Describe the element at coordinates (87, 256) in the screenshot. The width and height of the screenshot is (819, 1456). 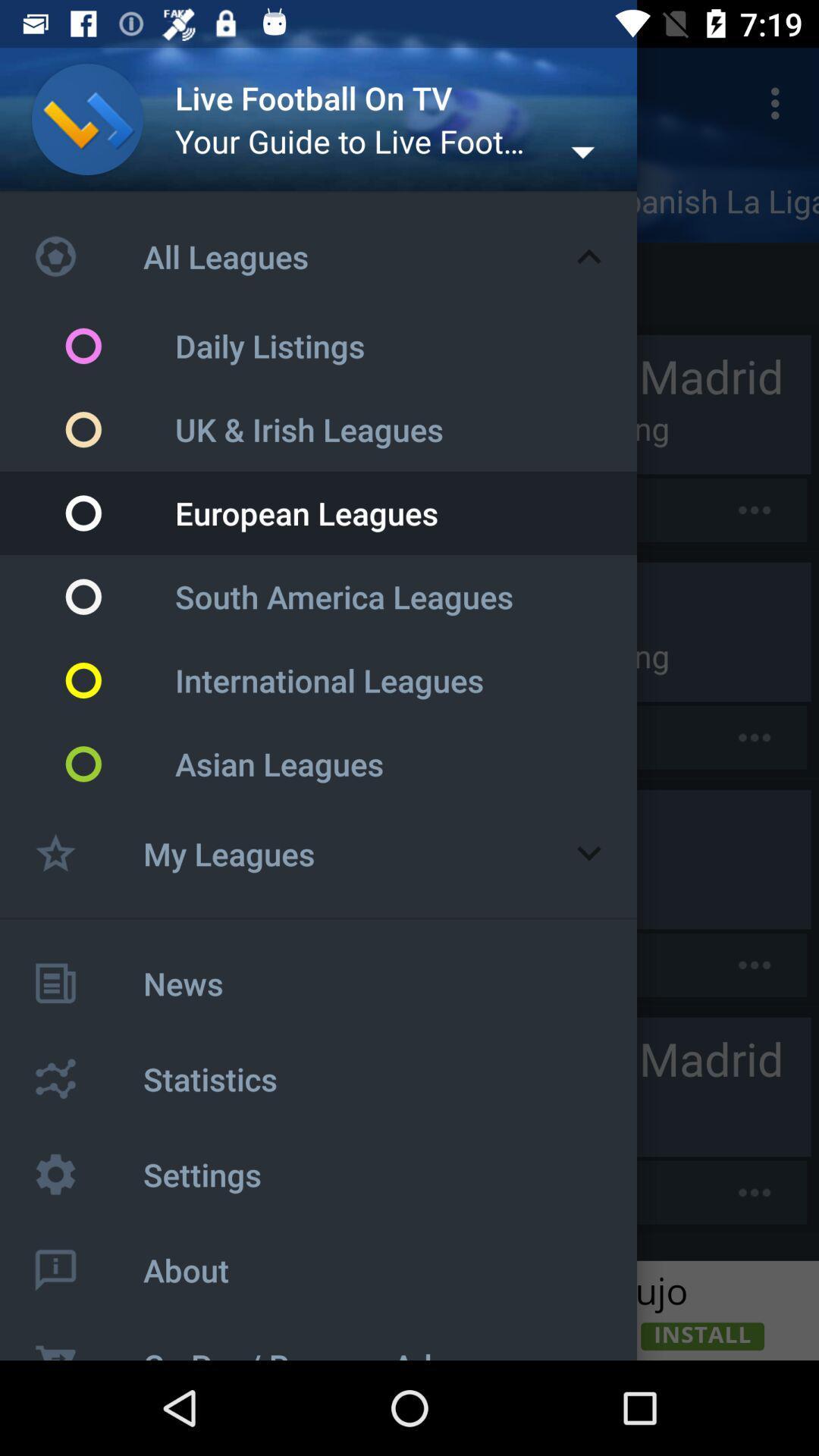
I see `icon which is left to all leagues` at that location.